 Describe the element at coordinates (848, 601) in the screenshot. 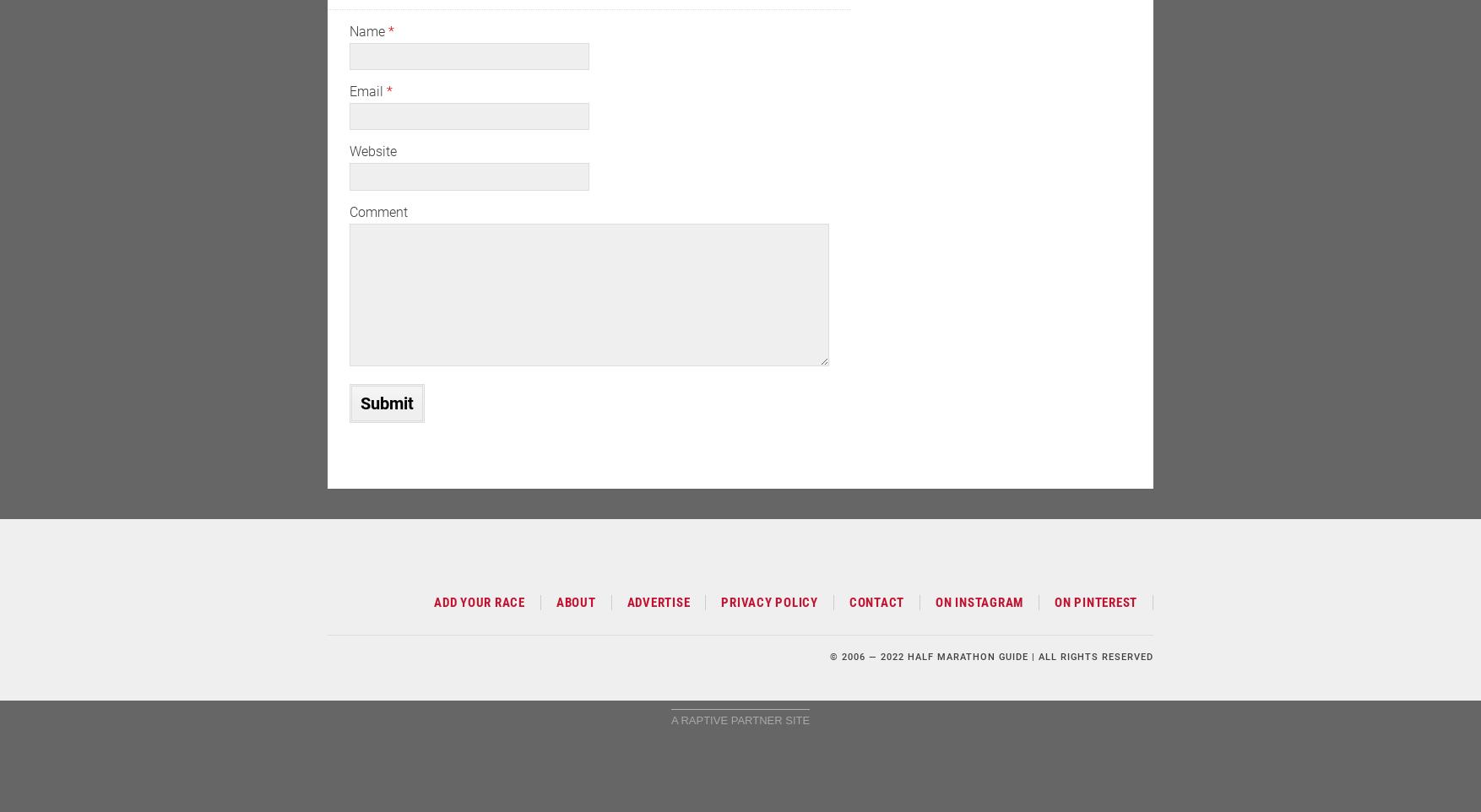

I see `'Contact'` at that location.